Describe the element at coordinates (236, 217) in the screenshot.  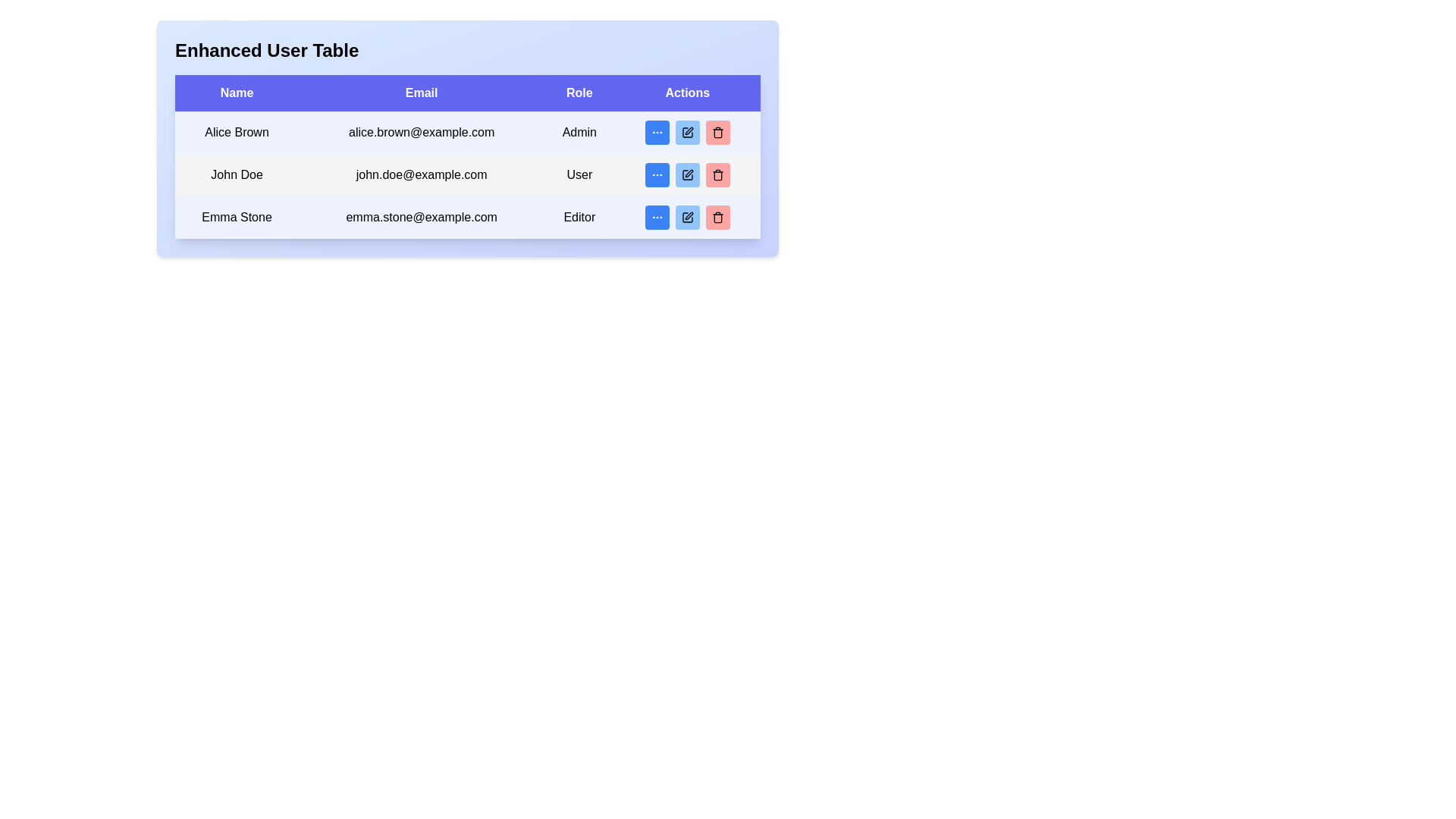
I see `the static text label displaying the user's name in the user information table located in the first cell of the third row under the 'Name' column` at that location.